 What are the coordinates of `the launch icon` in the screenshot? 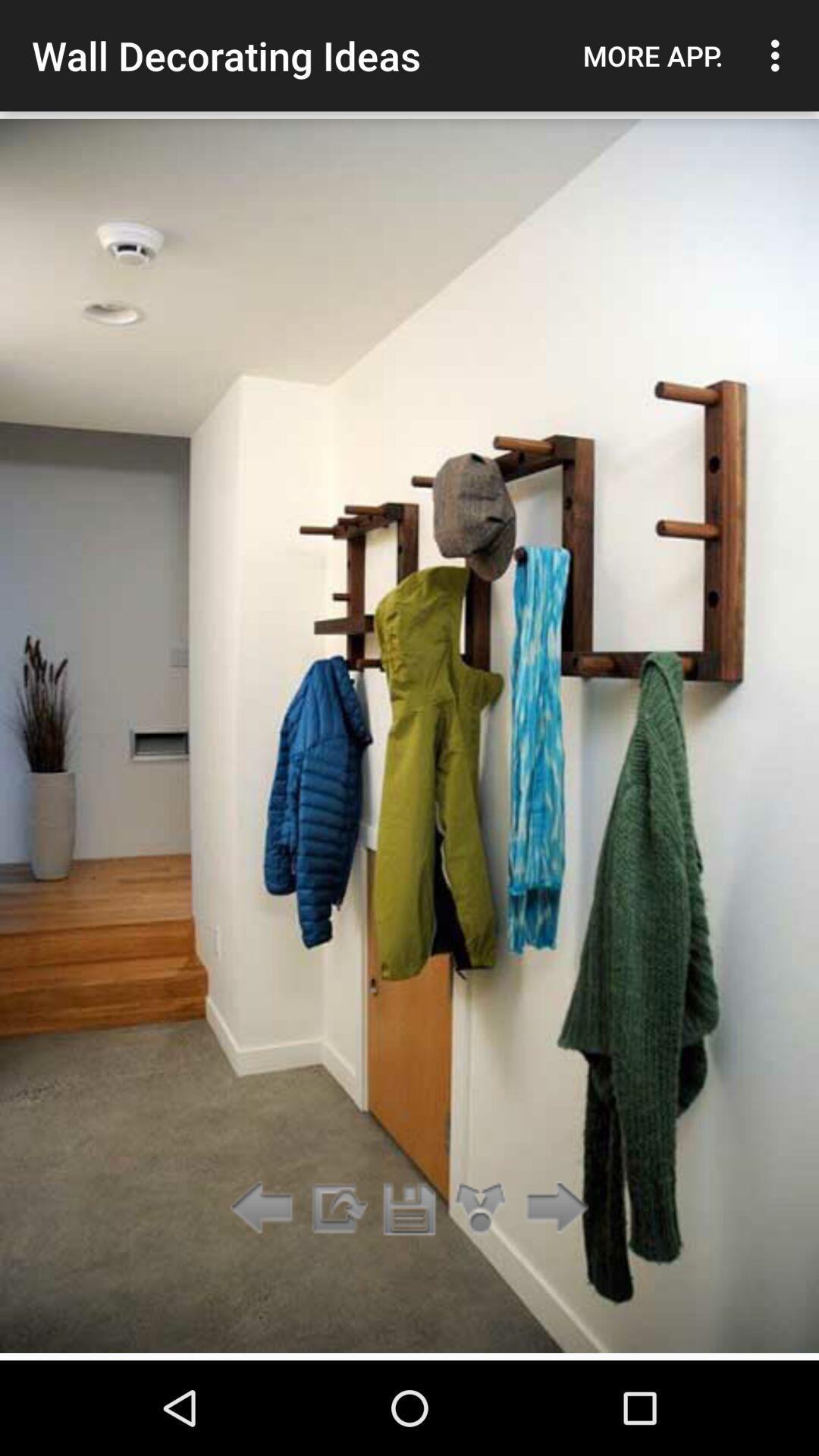 It's located at (337, 1208).